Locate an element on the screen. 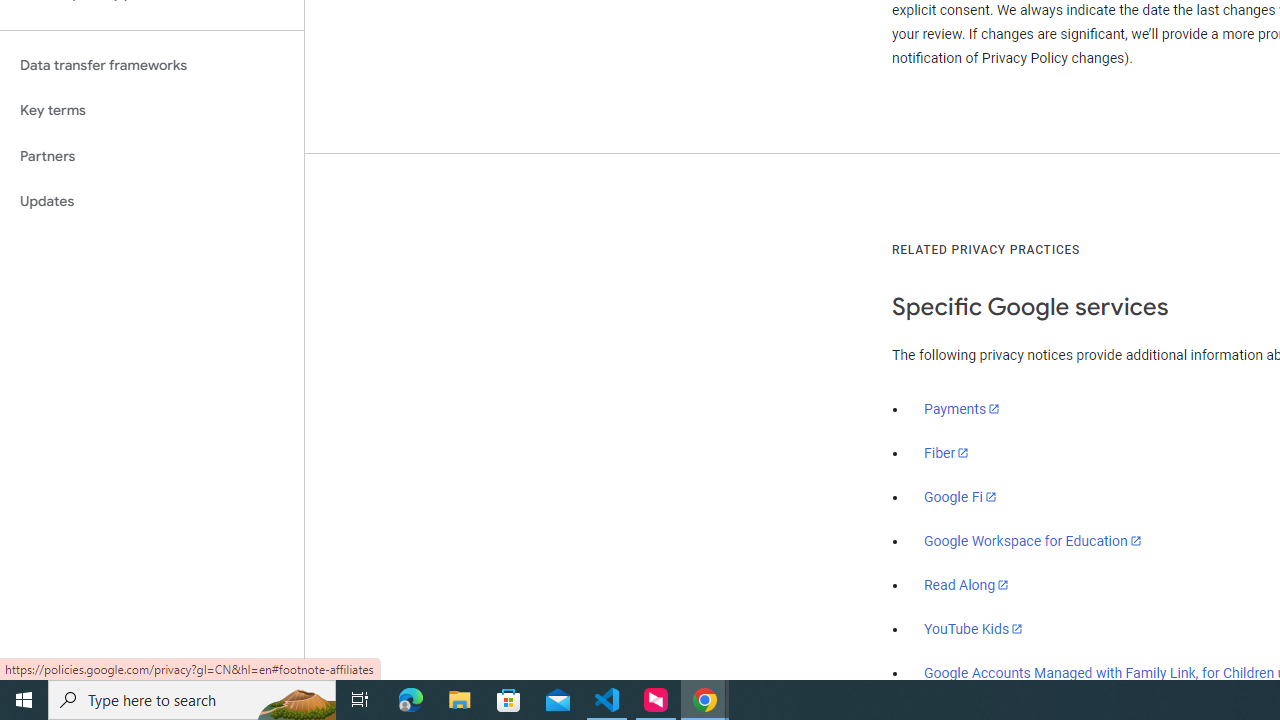 Image resolution: width=1280 pixels, height=720 pixels. 'Data transfer frameworks' is located at coordinates (151, 64).